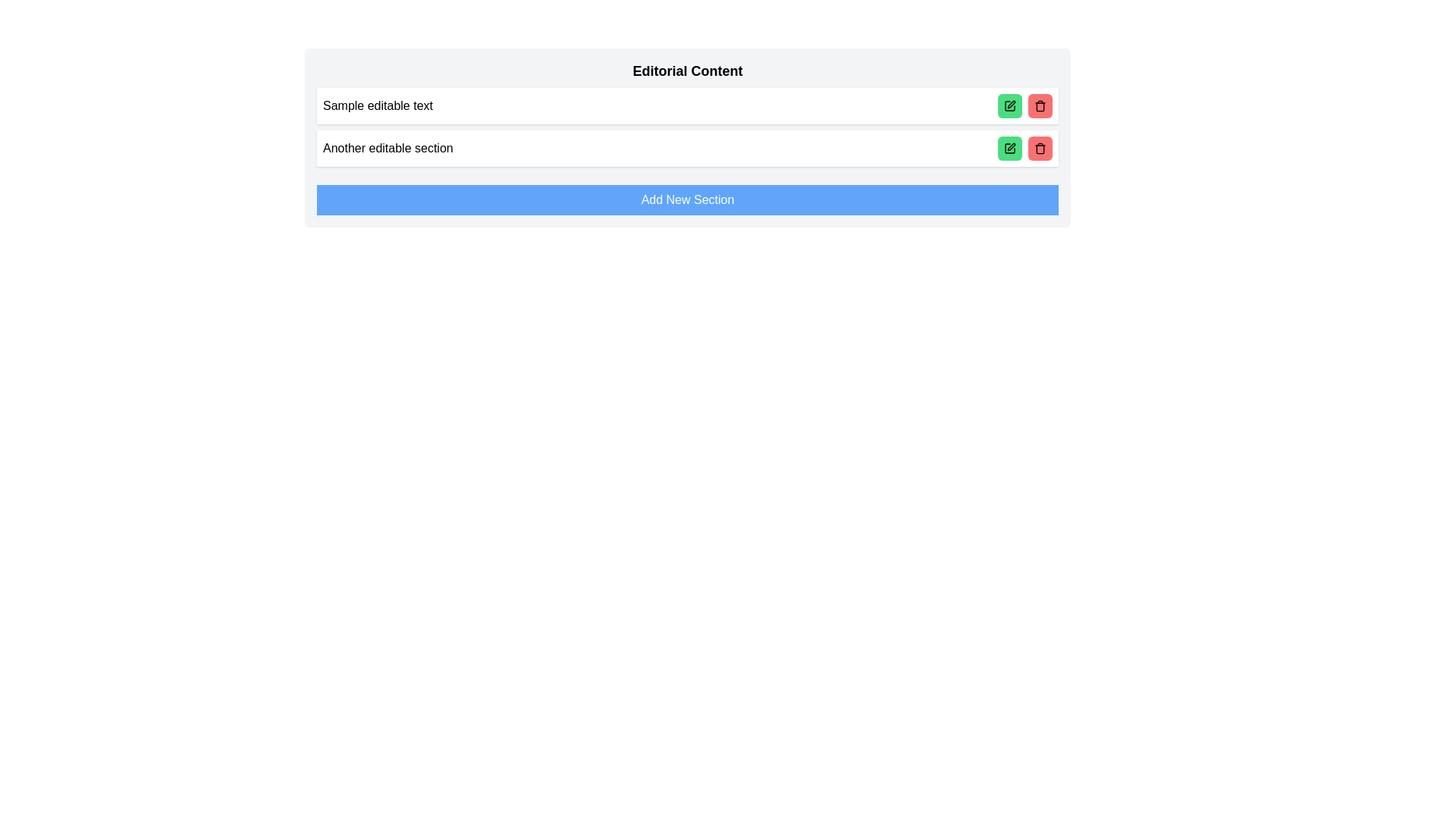  What do you see at coordinates (1040, 105) in the screenshot?
I see `the delete button positioned in the right-side column of the row, which is the second button next to a green button` at bounding box center [1040, 105].